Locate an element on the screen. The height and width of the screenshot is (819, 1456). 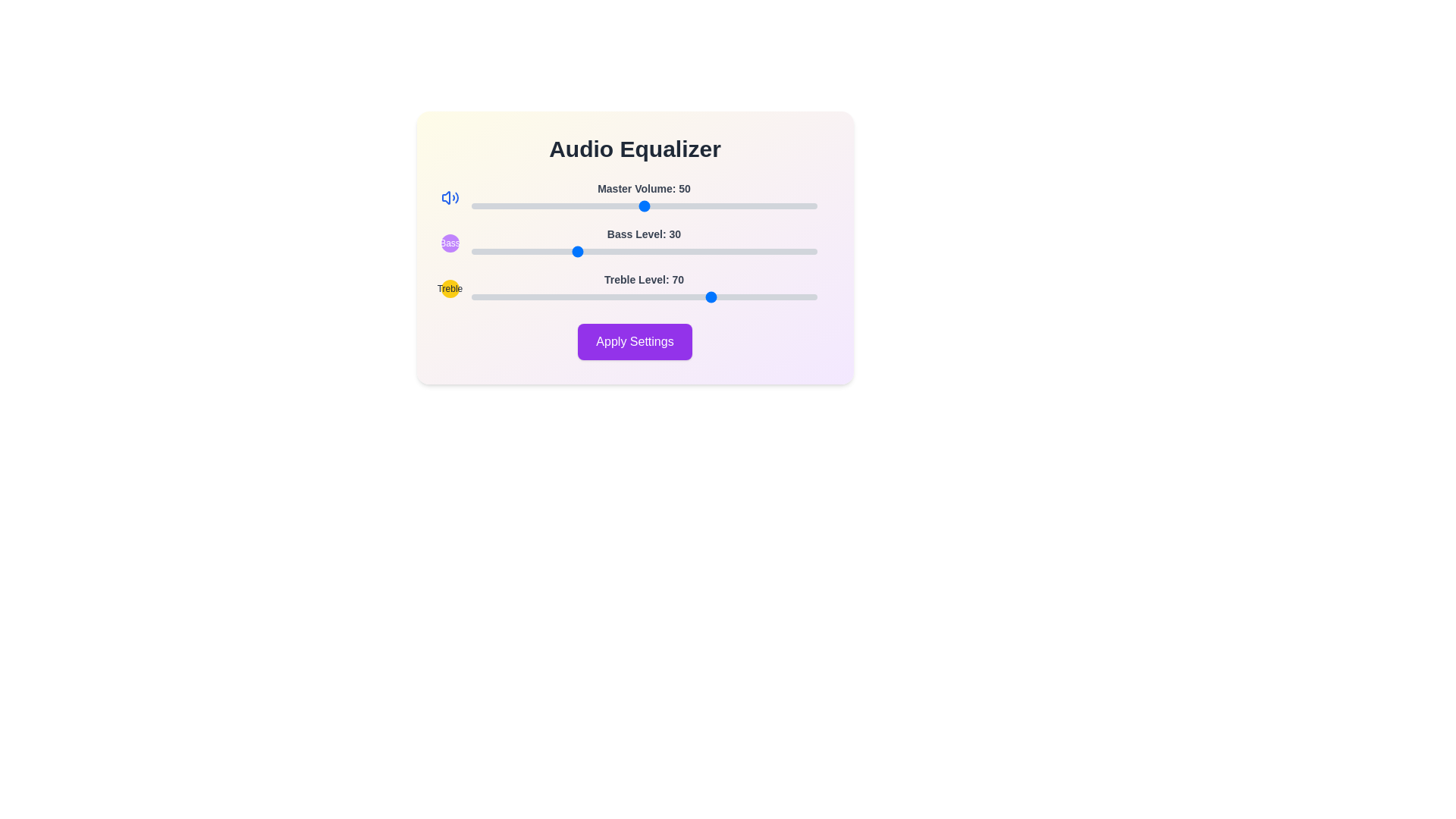
the master volume is located at coordinates (502, 206).